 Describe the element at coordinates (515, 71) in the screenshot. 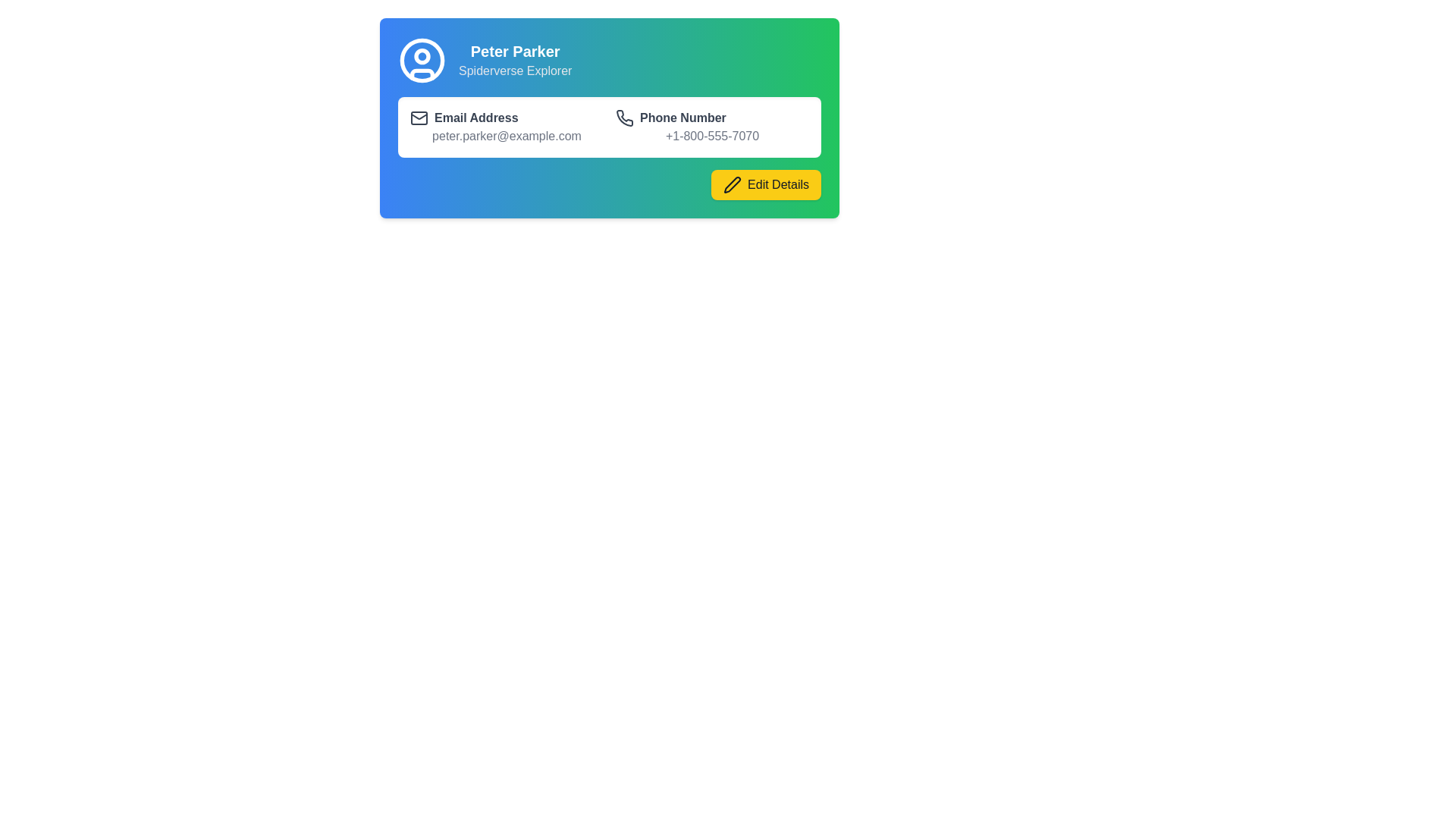

I see `the text label that provides contextual information related to 'Peter Parker', located just beneath the heading labeled 'Peter Parker' in the top-left section of the interface` at that location.